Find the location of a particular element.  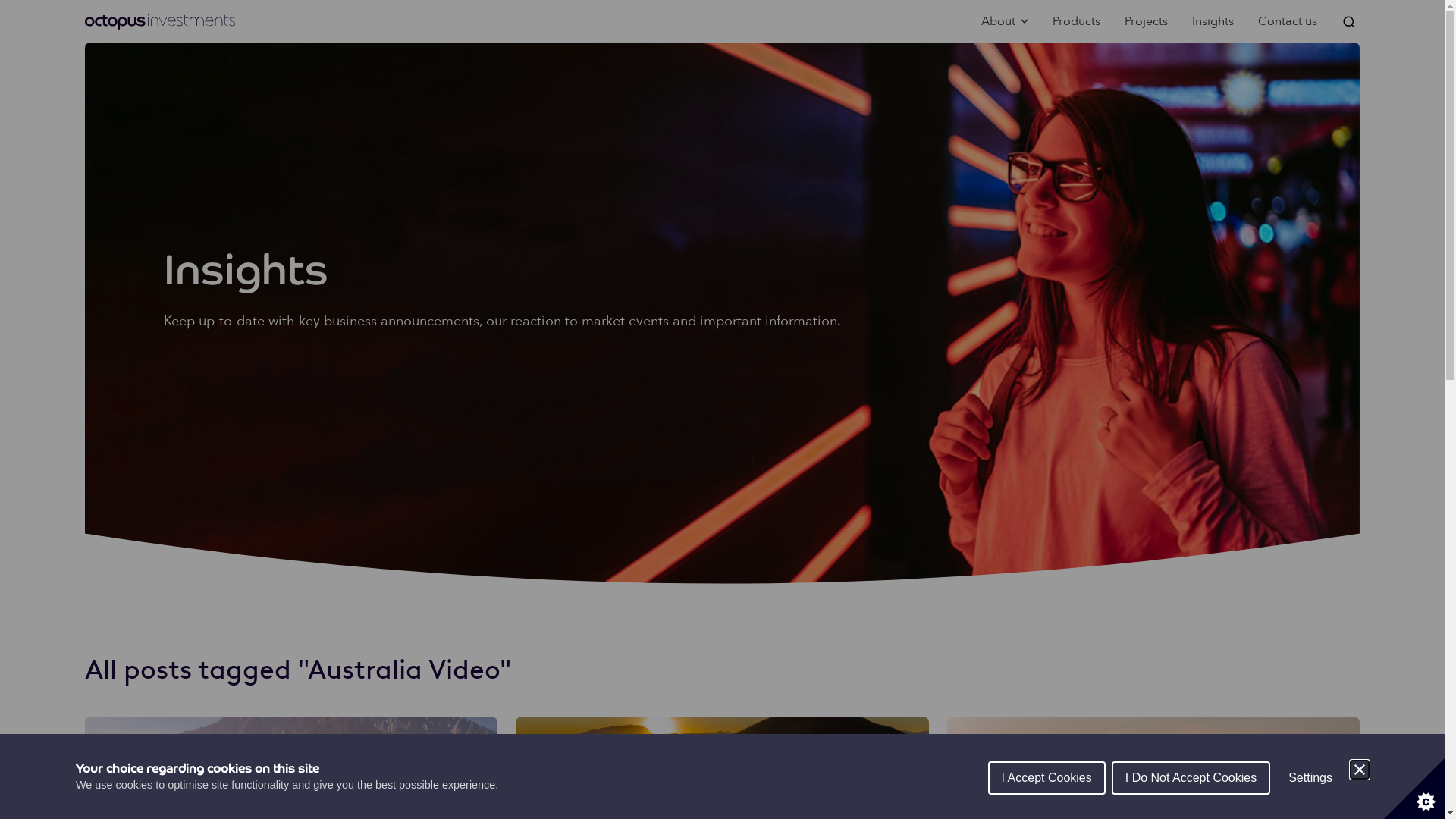

'Settings' is located at coordinates (1310, 778).